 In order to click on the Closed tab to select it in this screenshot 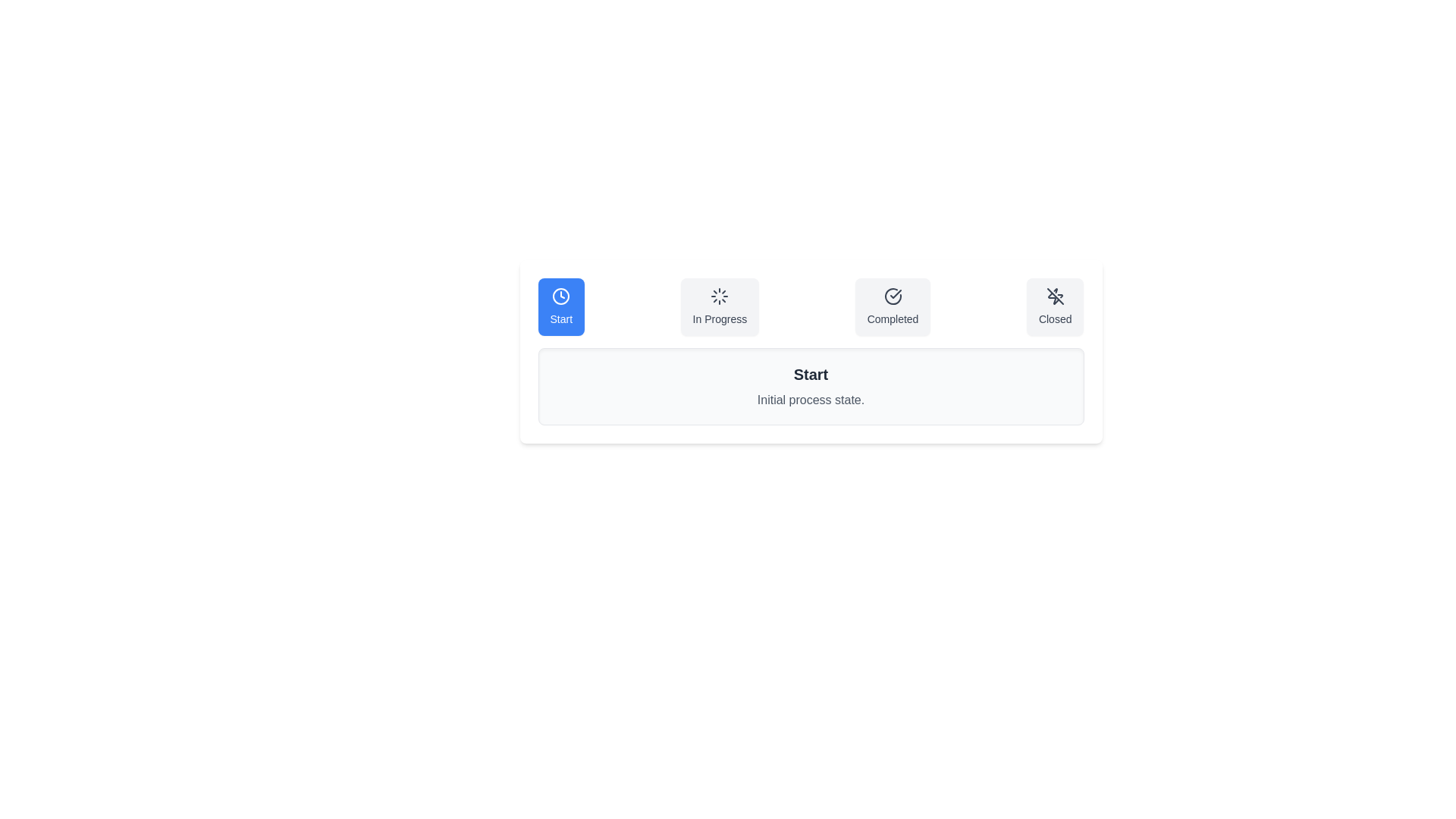, I will do `click(1054, 307)`.